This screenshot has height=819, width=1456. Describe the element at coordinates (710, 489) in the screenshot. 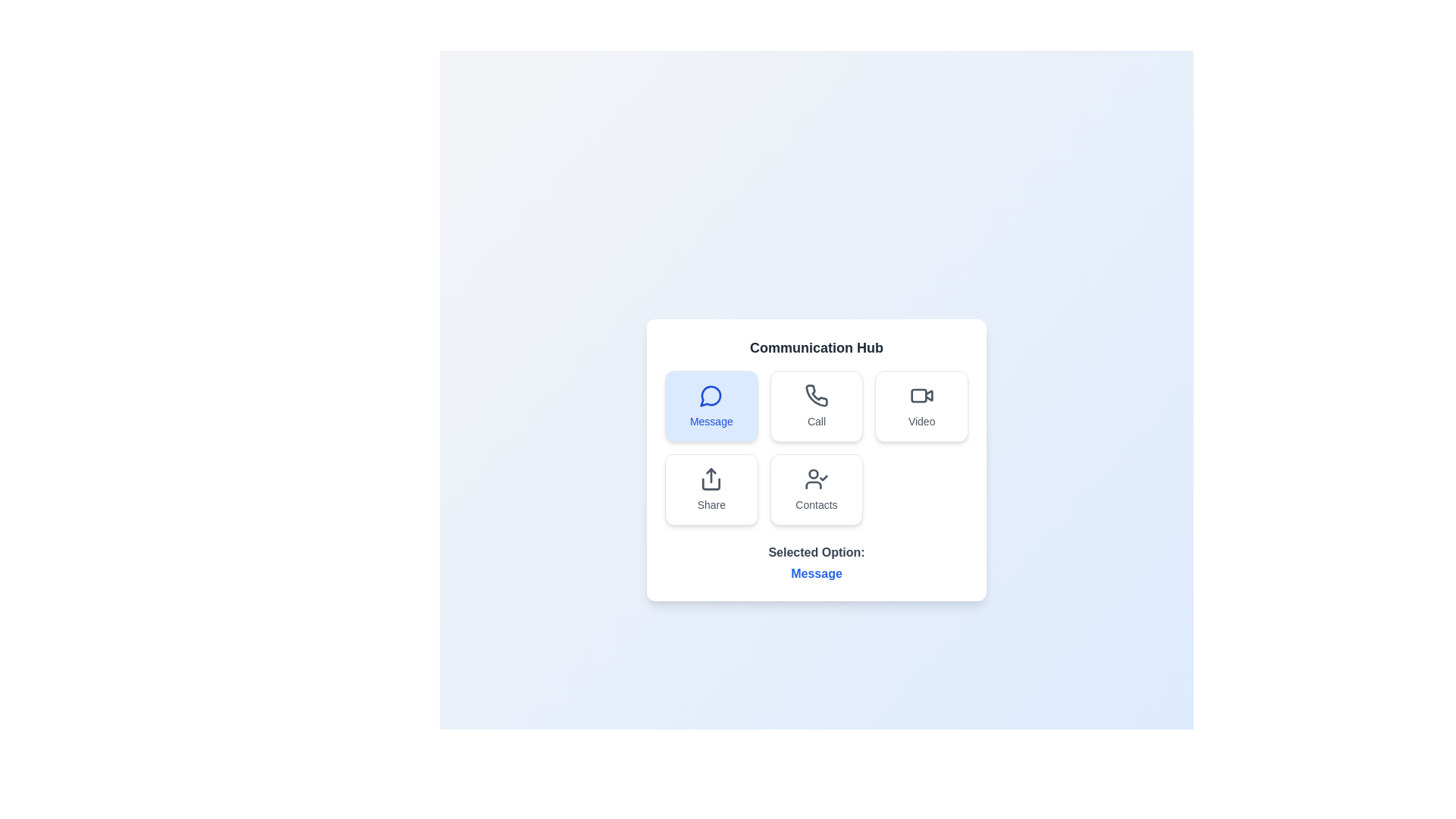

I see `the communication option Share by clicking on its respective button` at that location.